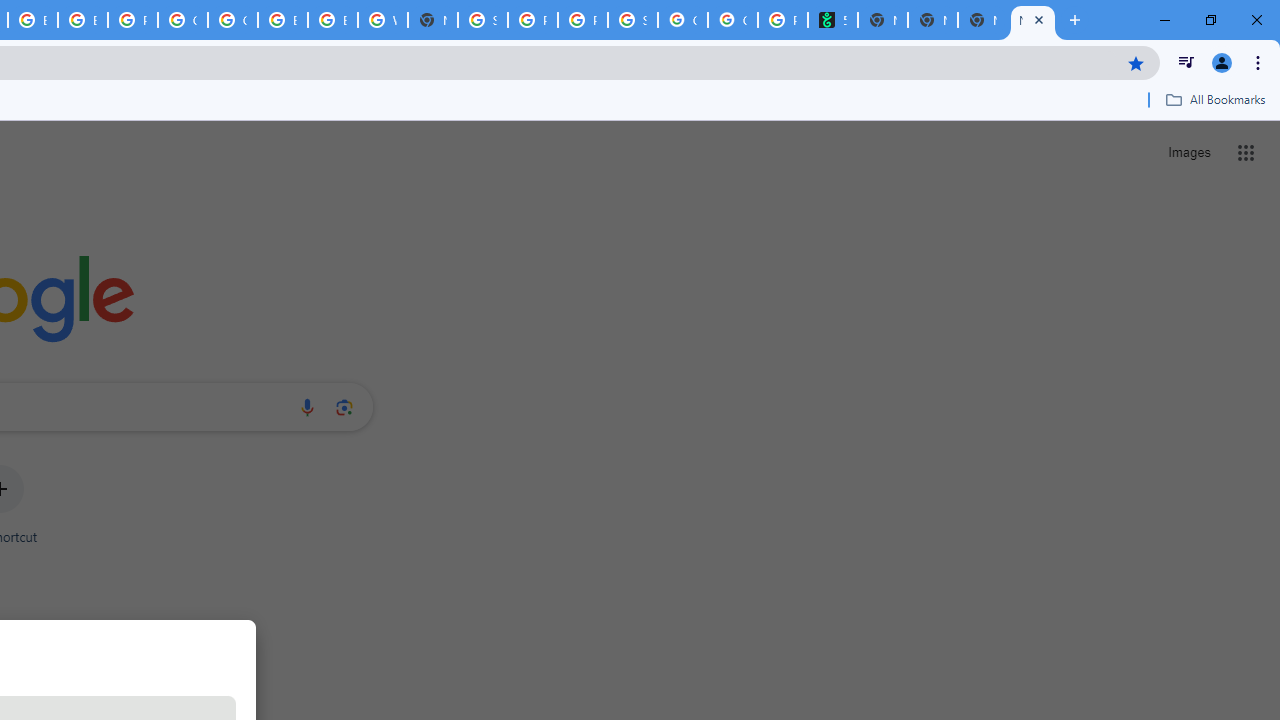  What do you see at coordinates (232, 20) in the screenshot?
I see `'Google Cloud Platform'` at bounding box center [232, 20].